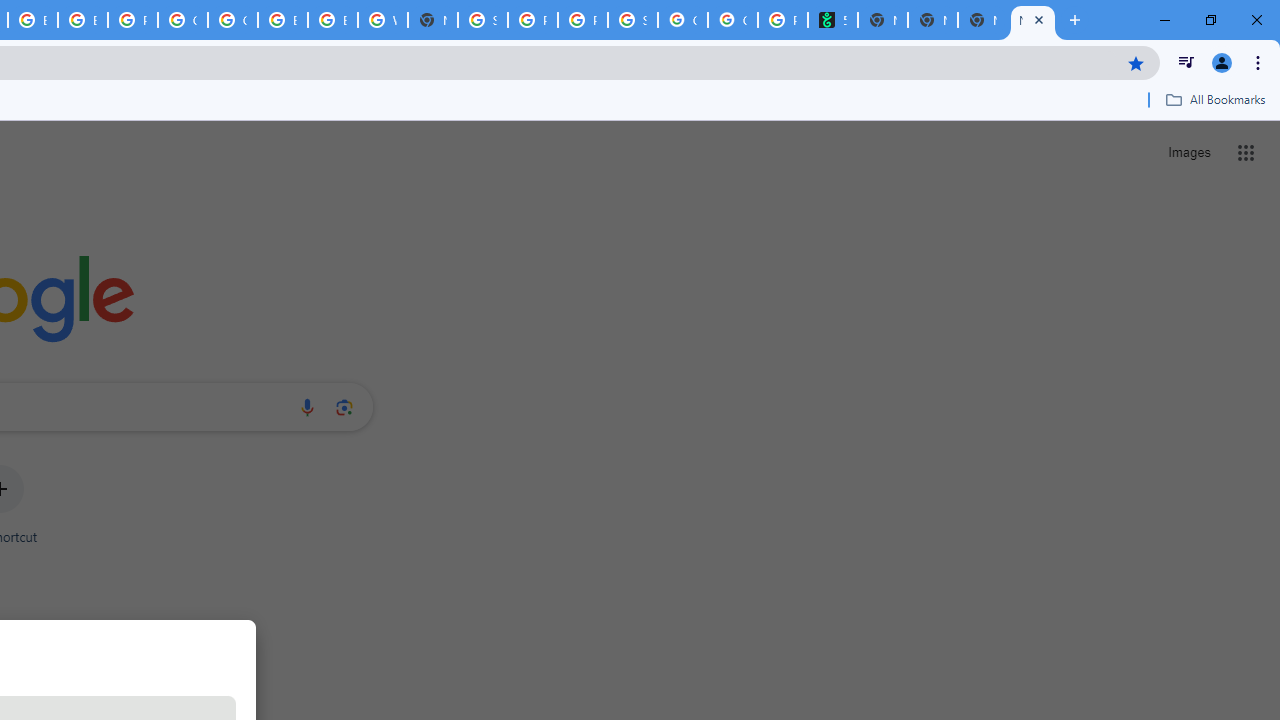  What do you see at coordinates (232, 20) in the screenshot?
I see `'Google Cloud Platform'` at bounding box center [232, 20].